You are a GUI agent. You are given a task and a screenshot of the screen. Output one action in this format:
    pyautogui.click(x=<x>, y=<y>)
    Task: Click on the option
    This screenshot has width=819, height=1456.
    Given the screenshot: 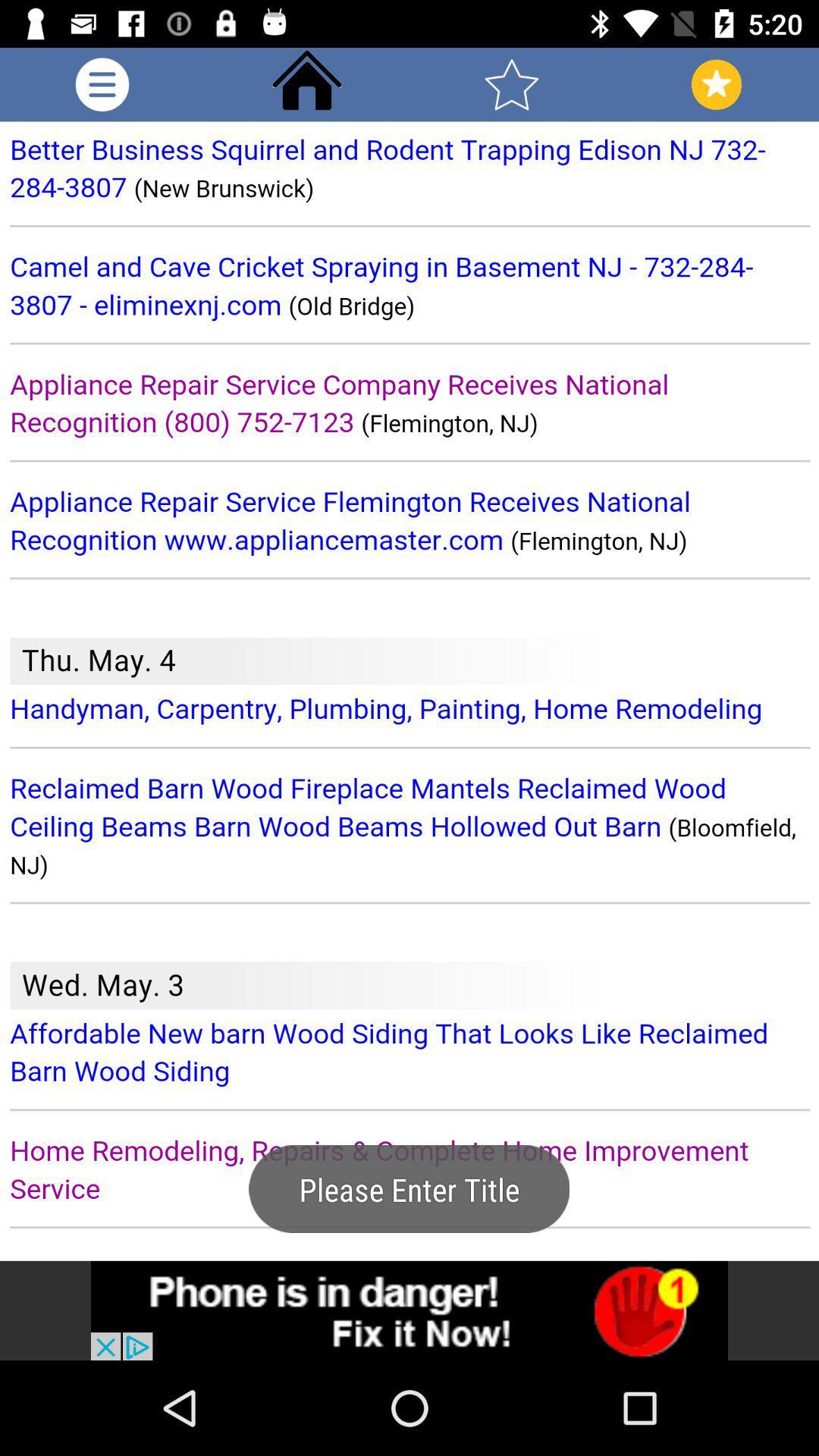 What is the action you would take?
    pyautogui.click(x=102, y=83)
    